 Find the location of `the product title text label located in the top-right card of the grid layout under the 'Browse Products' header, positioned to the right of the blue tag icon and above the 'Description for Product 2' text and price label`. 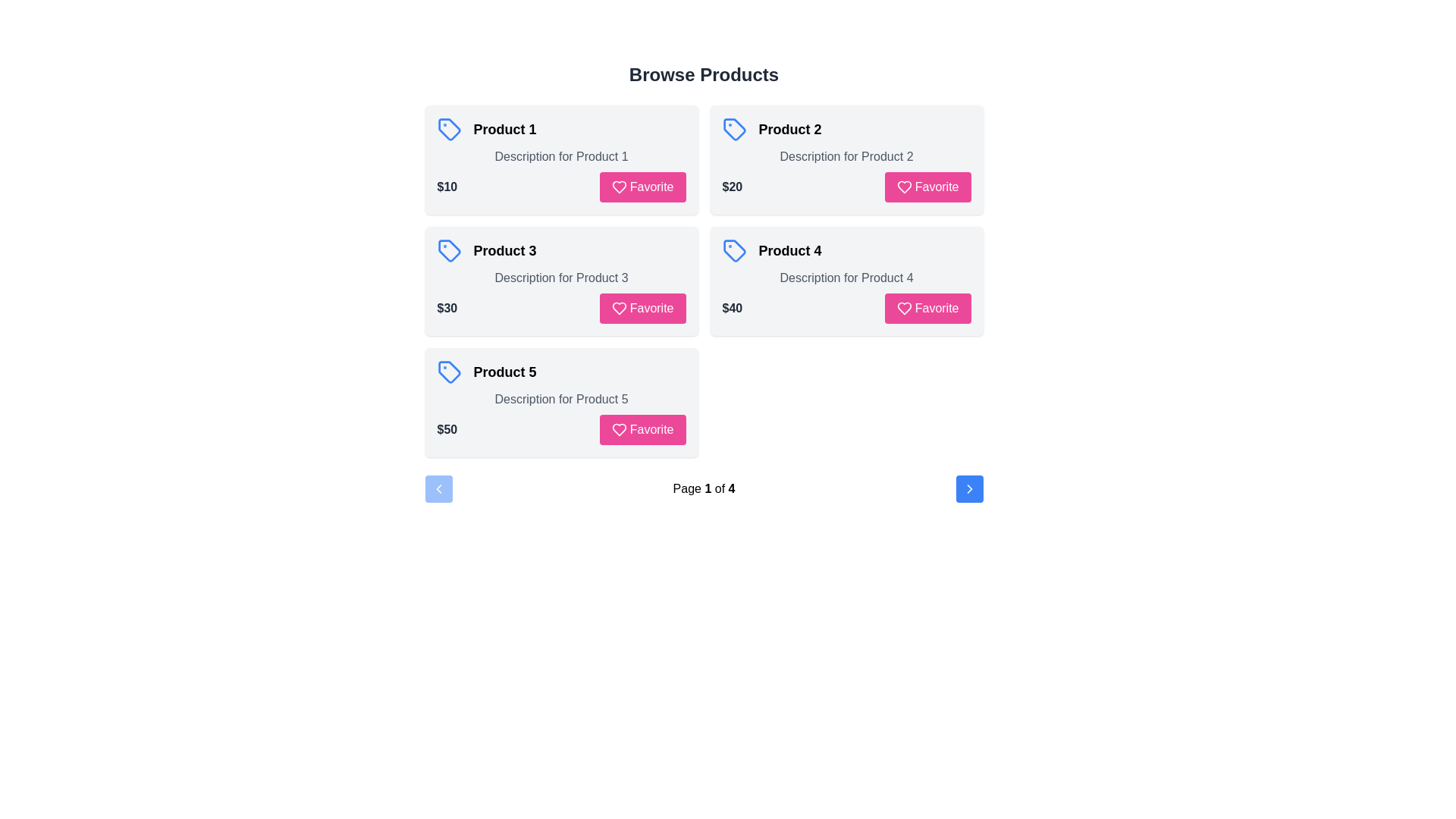

the product title text label located in the top-right card of the grid layout under the 'Browse Products' header, positioned to the right of the blue tag icon and above the 'Description for Product 2' text and price label is located at coordinates (789, 128).